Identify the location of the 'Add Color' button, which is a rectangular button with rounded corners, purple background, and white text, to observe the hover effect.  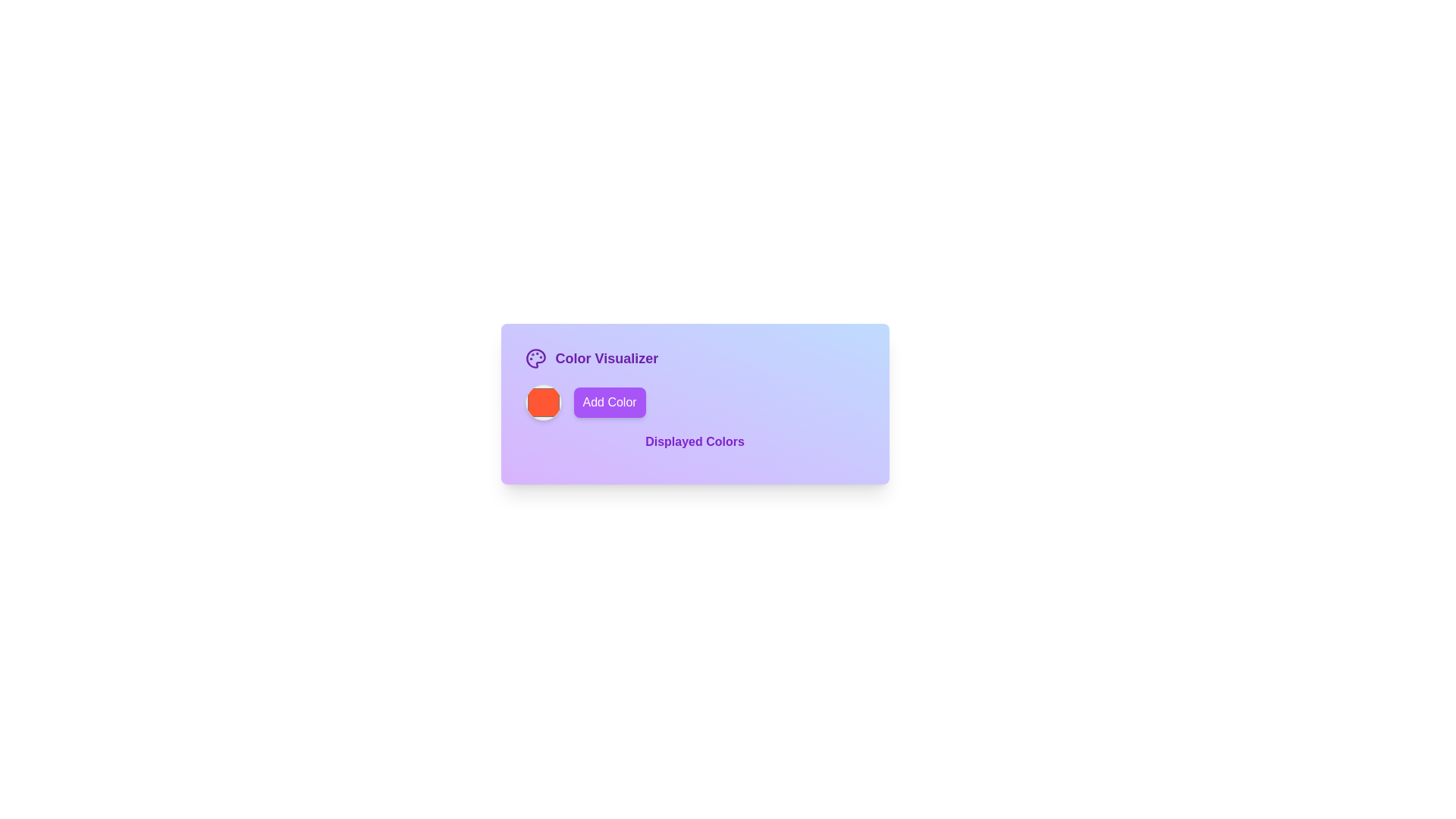
(610, 402).